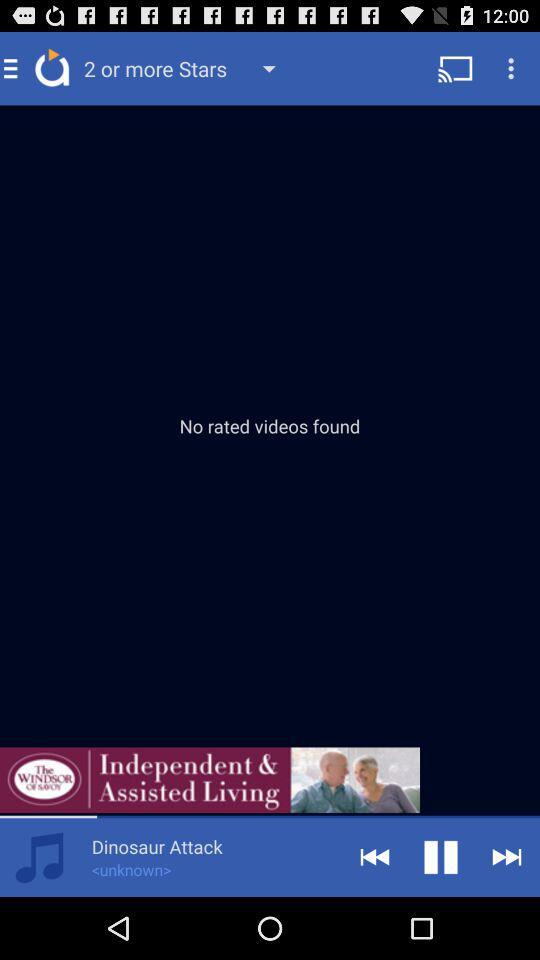  I want to click on the music icon, so click(39, 917).